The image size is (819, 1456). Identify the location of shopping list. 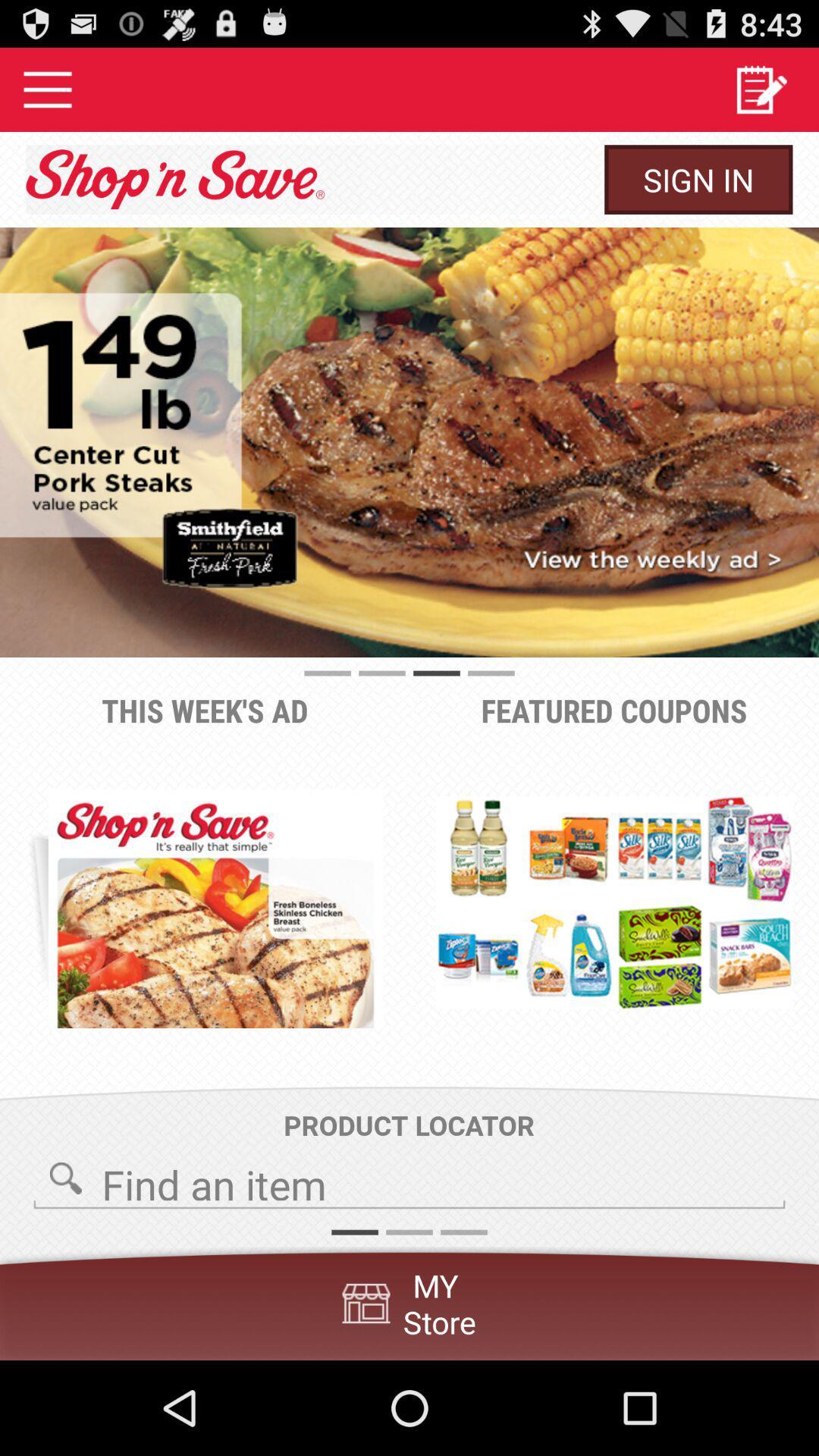
(761, 89).